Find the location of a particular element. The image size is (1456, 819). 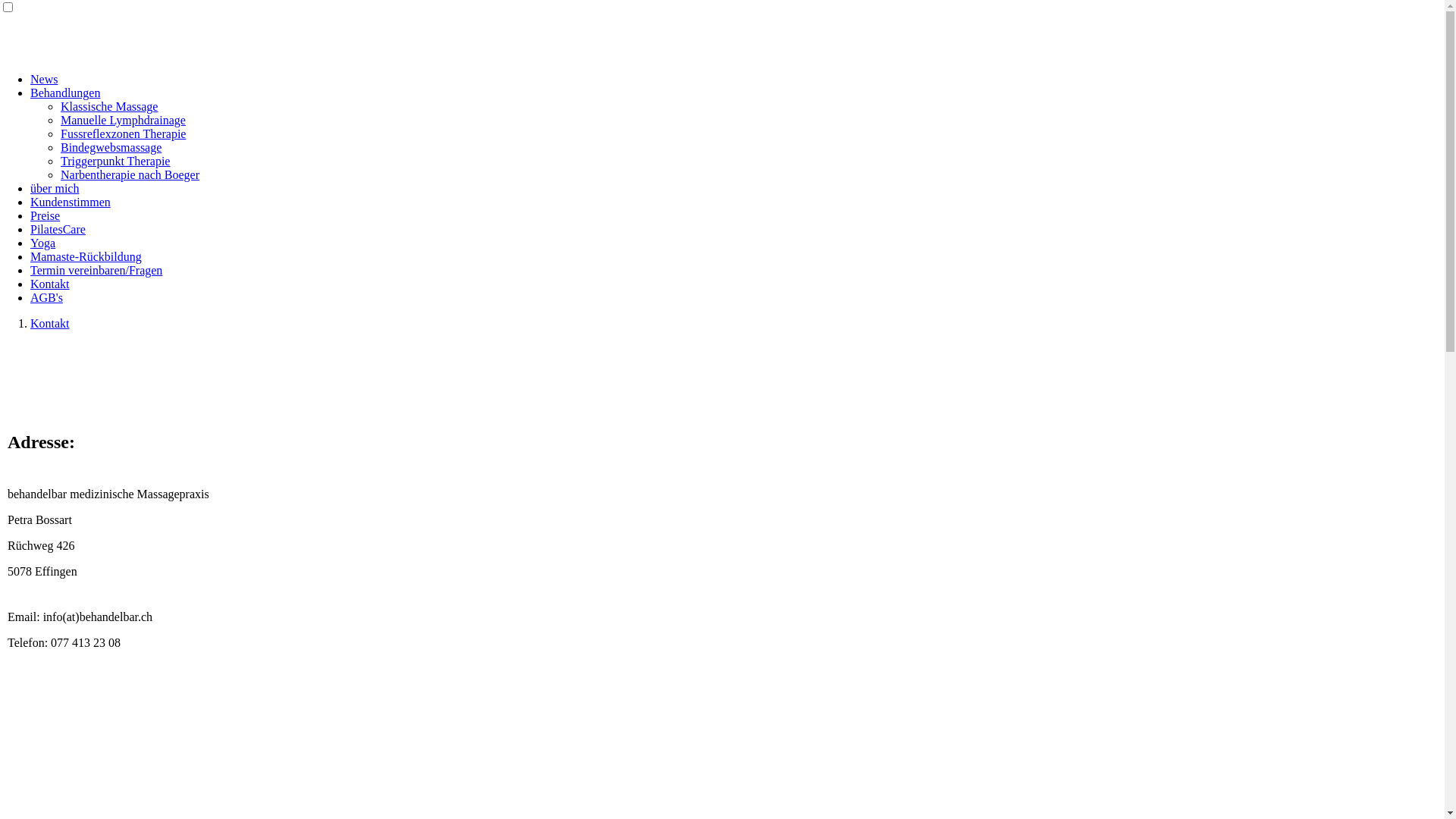

'Preise' is located at coordinates (45, 215).